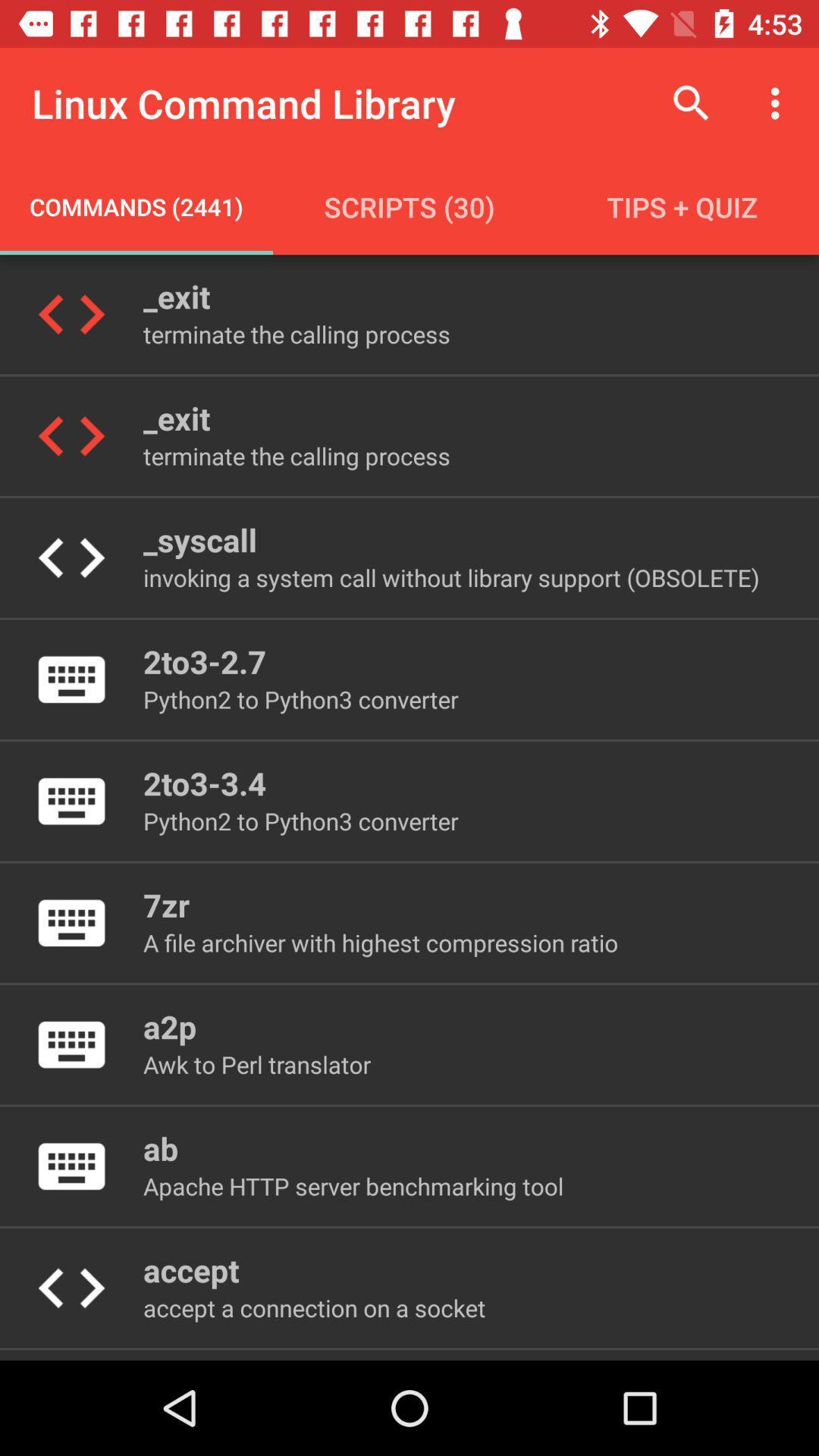 This screenshot has width=819, height=1456. What do you see at coordinates (380, 942) in the screenshot?
I see `the item below 7zr icon` at bounding box center [380, 942].